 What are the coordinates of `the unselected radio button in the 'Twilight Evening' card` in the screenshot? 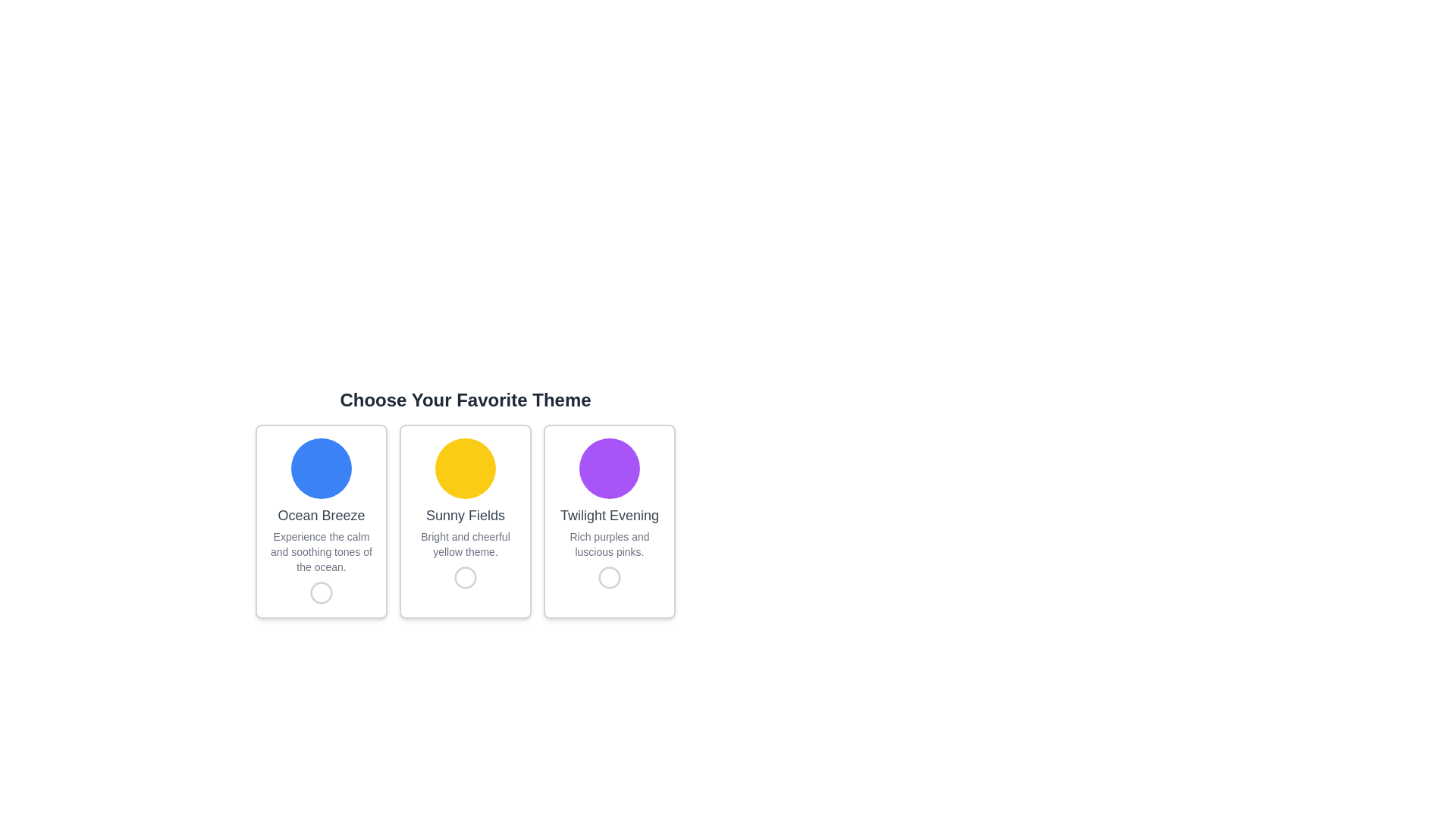 It's located at (610, 578).